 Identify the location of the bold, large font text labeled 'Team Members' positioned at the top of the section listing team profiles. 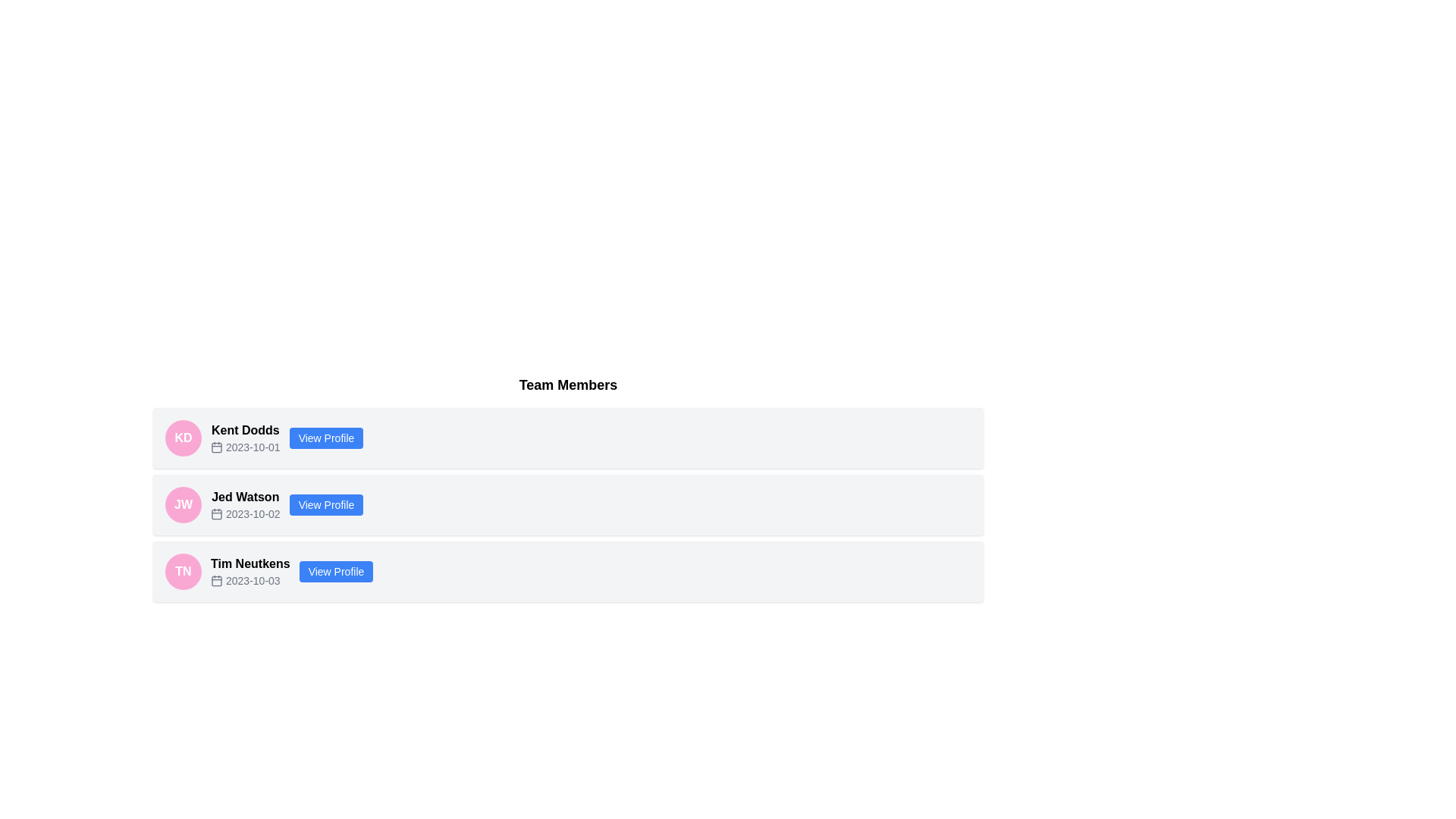
(567, 384).